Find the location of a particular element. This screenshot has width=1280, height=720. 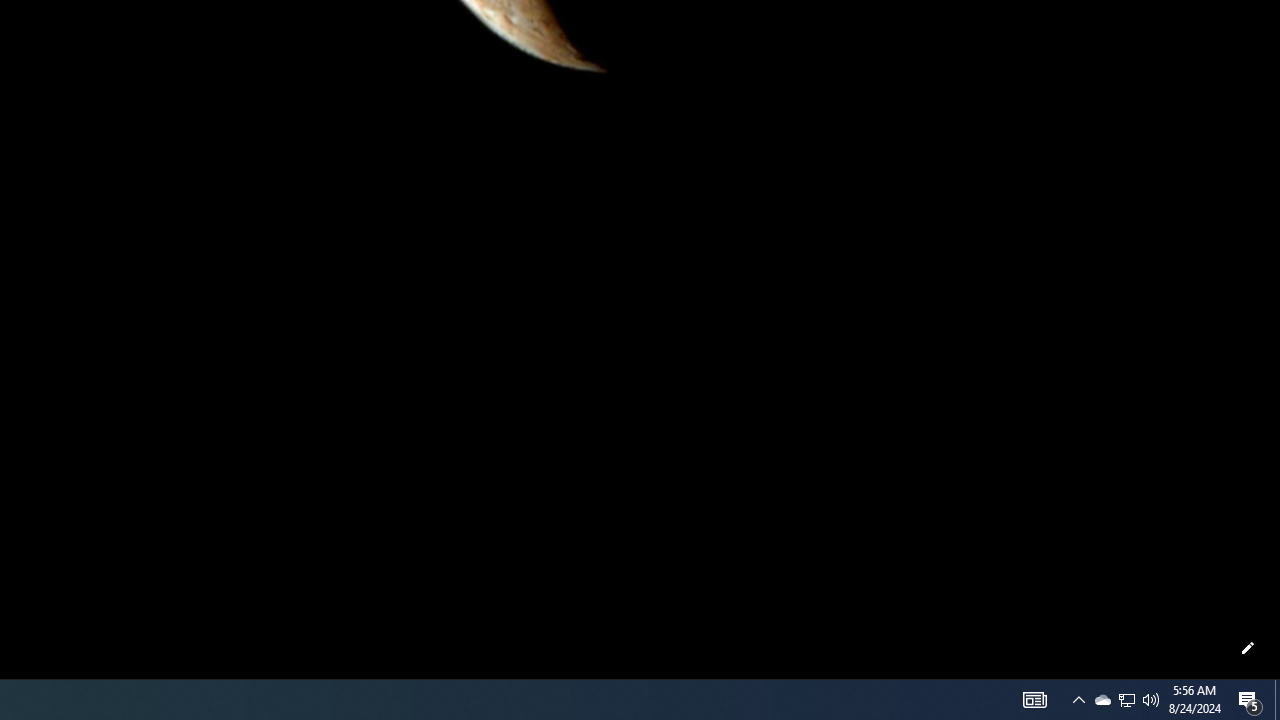

'Customize this page' is located at coordinates (1247, 648).